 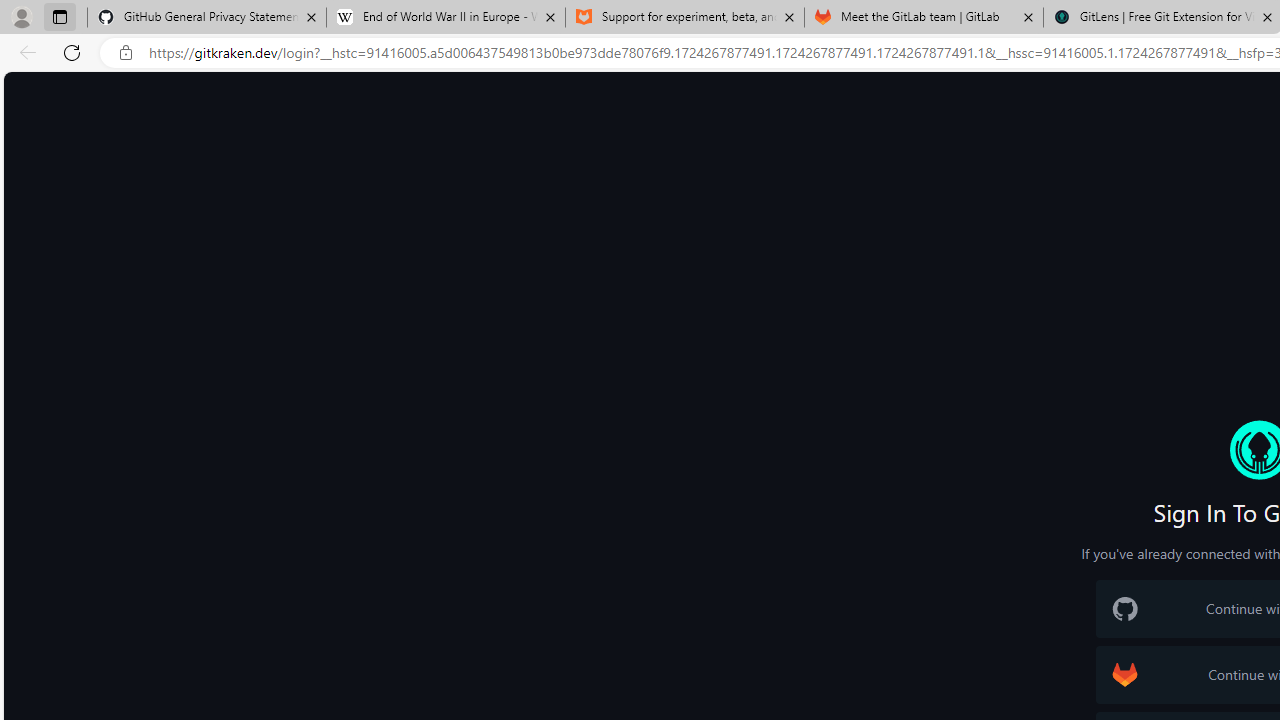 I want to click on 'GitHub Logo', so click(x=1125, y=608).